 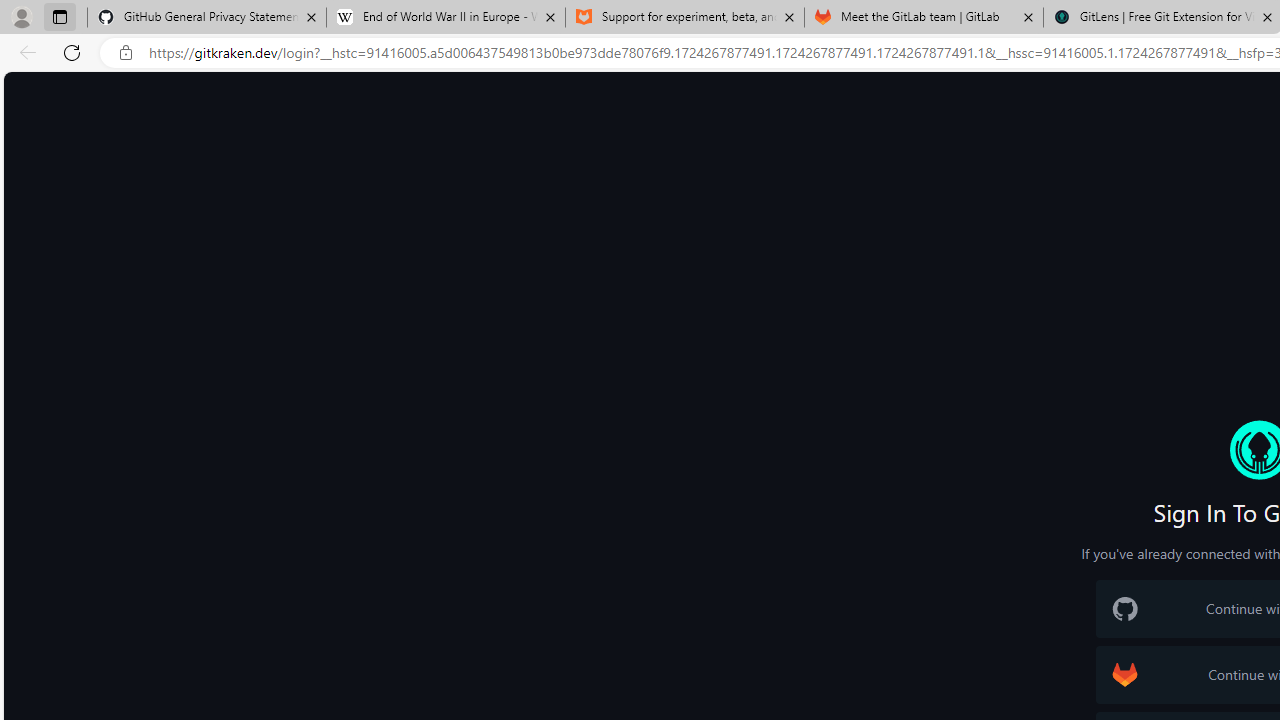 I want to click on 'GitHub Logo', so click(x=1125, y=608).